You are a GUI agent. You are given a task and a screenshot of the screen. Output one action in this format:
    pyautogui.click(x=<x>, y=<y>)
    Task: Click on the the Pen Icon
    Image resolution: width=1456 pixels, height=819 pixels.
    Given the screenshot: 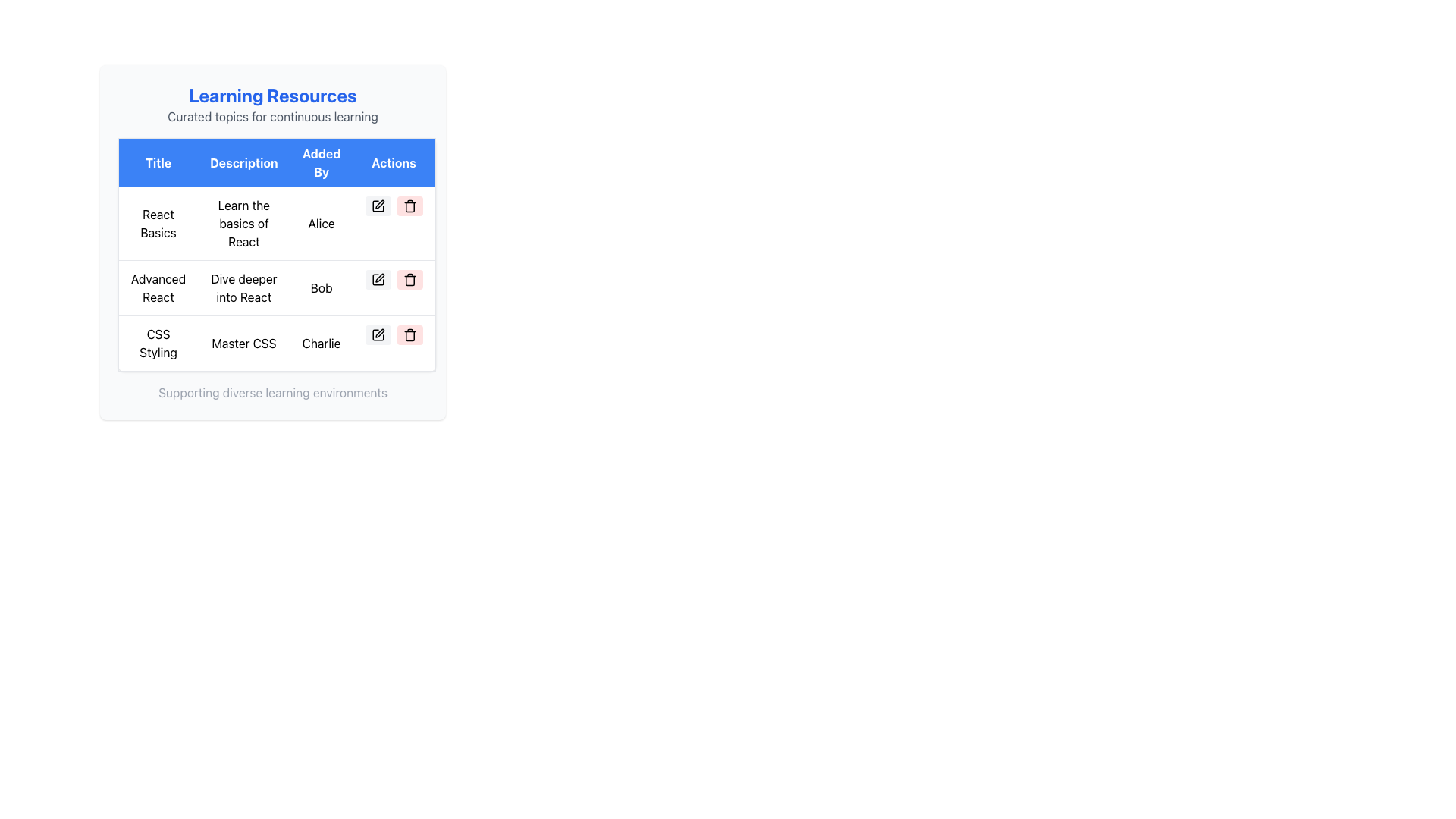 What is the action you would take?
    pyautogui.click(x=379, y=278)
    